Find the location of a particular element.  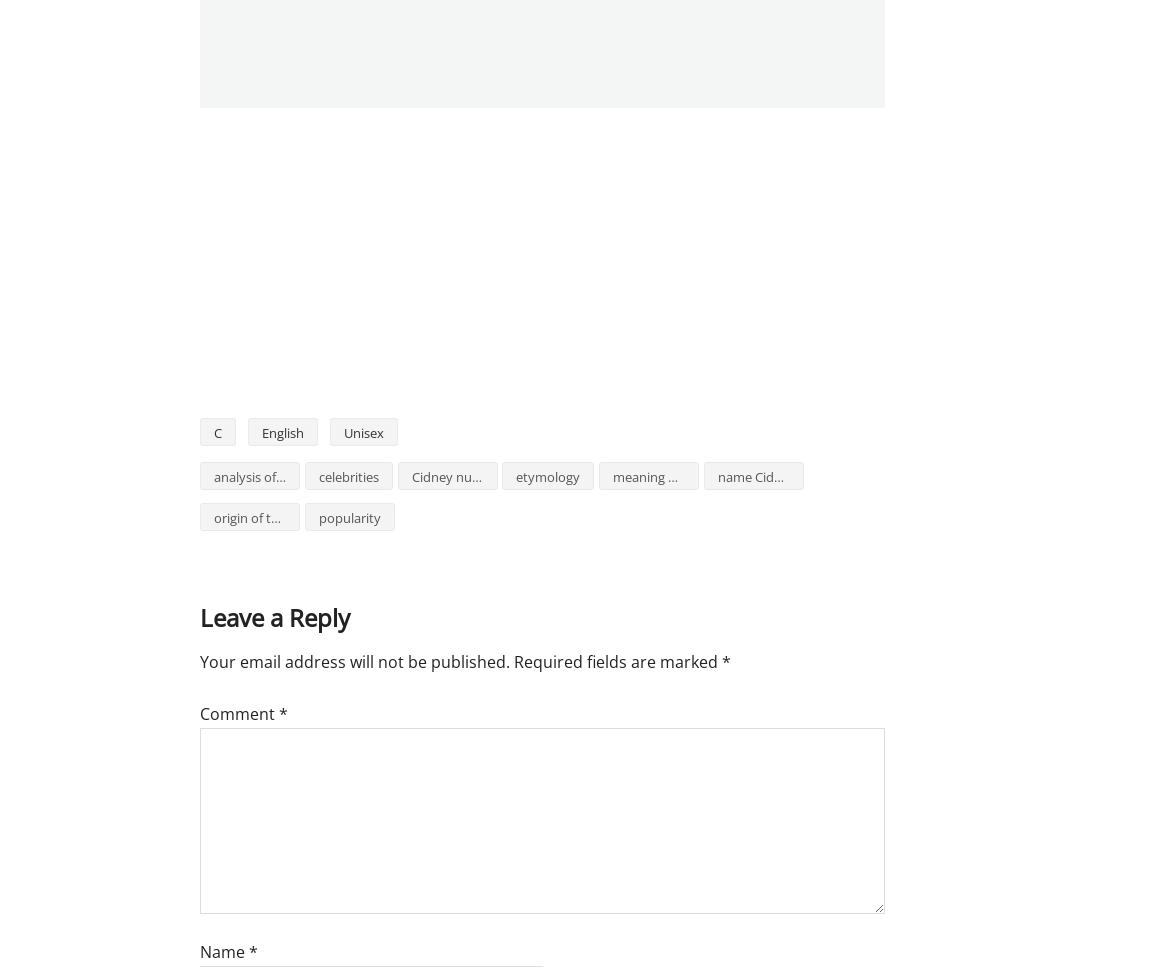

'celebrities' is located at coordinates (317, 477).